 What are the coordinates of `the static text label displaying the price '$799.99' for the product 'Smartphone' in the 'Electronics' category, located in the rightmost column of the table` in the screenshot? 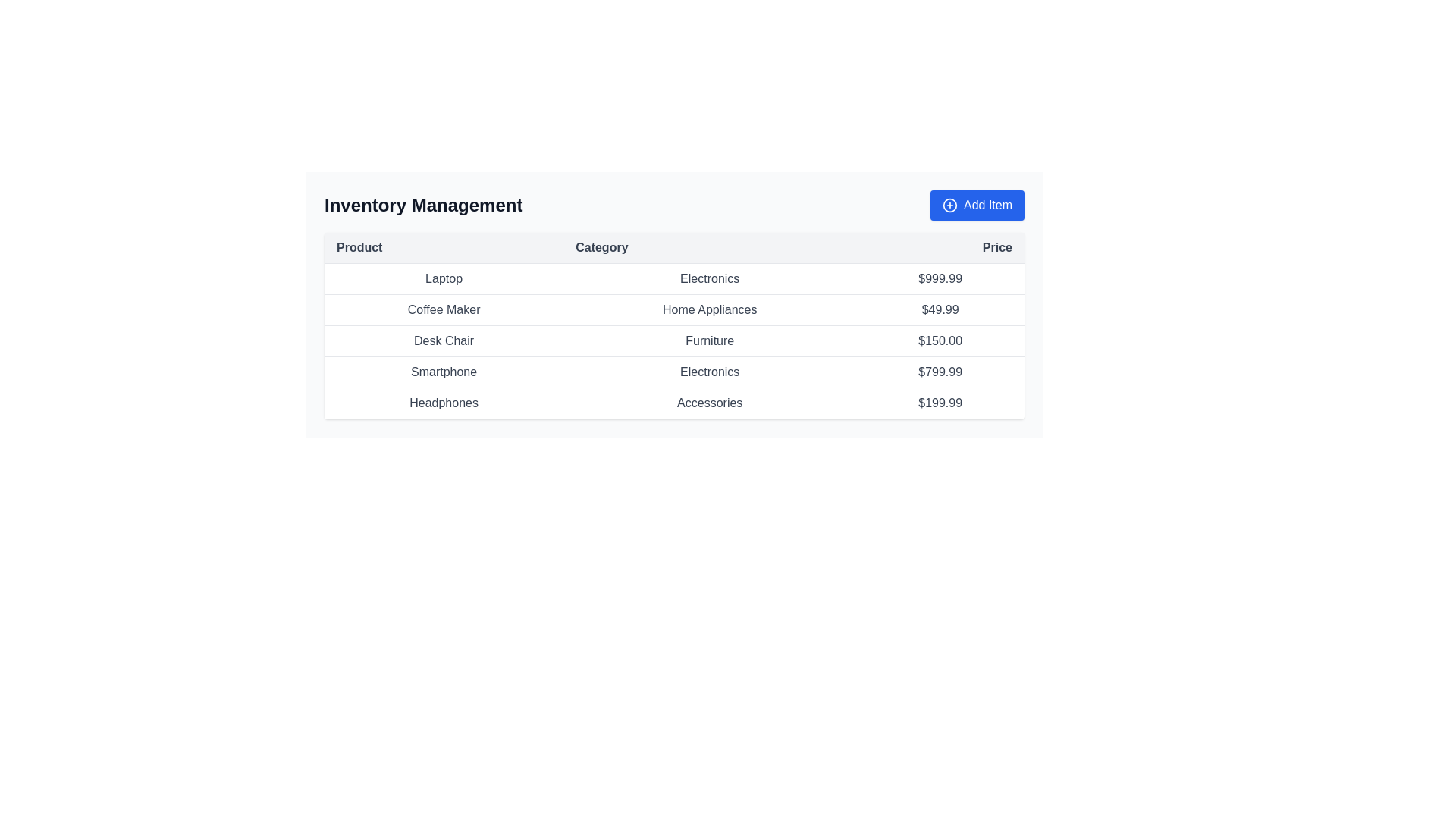 It's located at (940, 372).